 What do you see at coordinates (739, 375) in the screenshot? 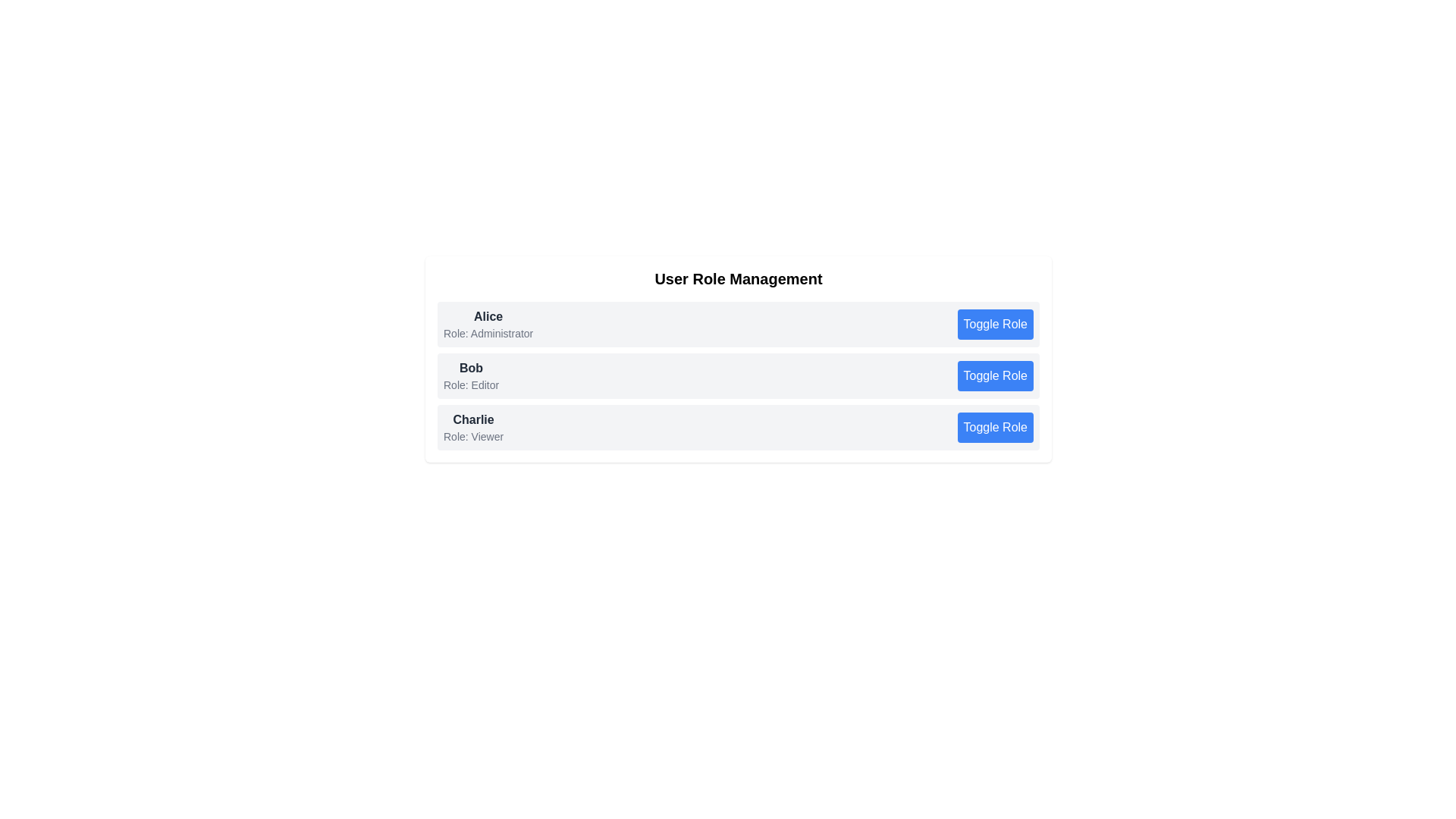
I see `the user role management entry for 'Bob' with the role 'Editor' to trigger additional styling effects` at bounding box center [739, 375].